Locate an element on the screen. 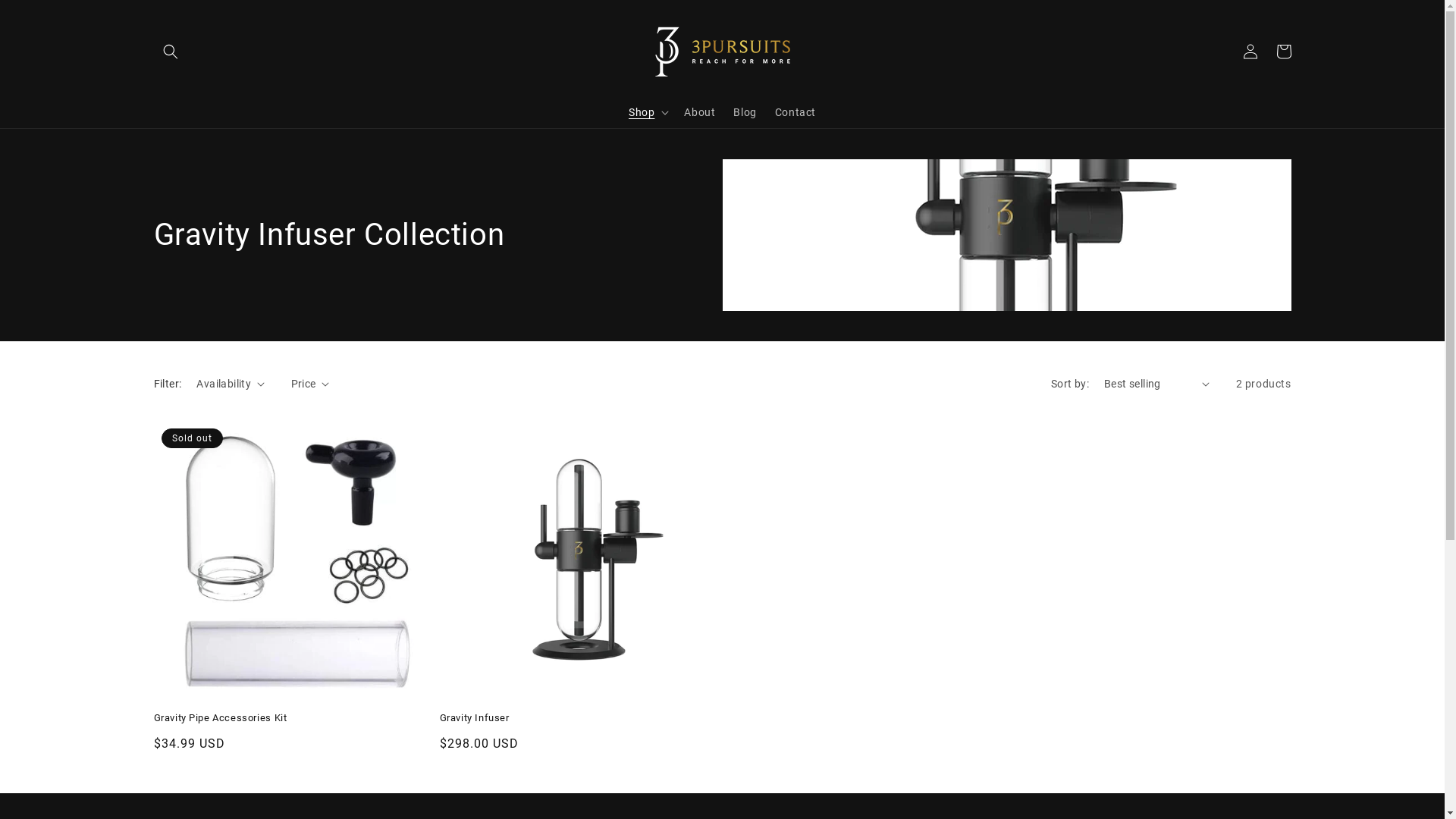 The width and height of the screenshot is (1456, 819). 'Blog' is located at coordinates (745, 110).